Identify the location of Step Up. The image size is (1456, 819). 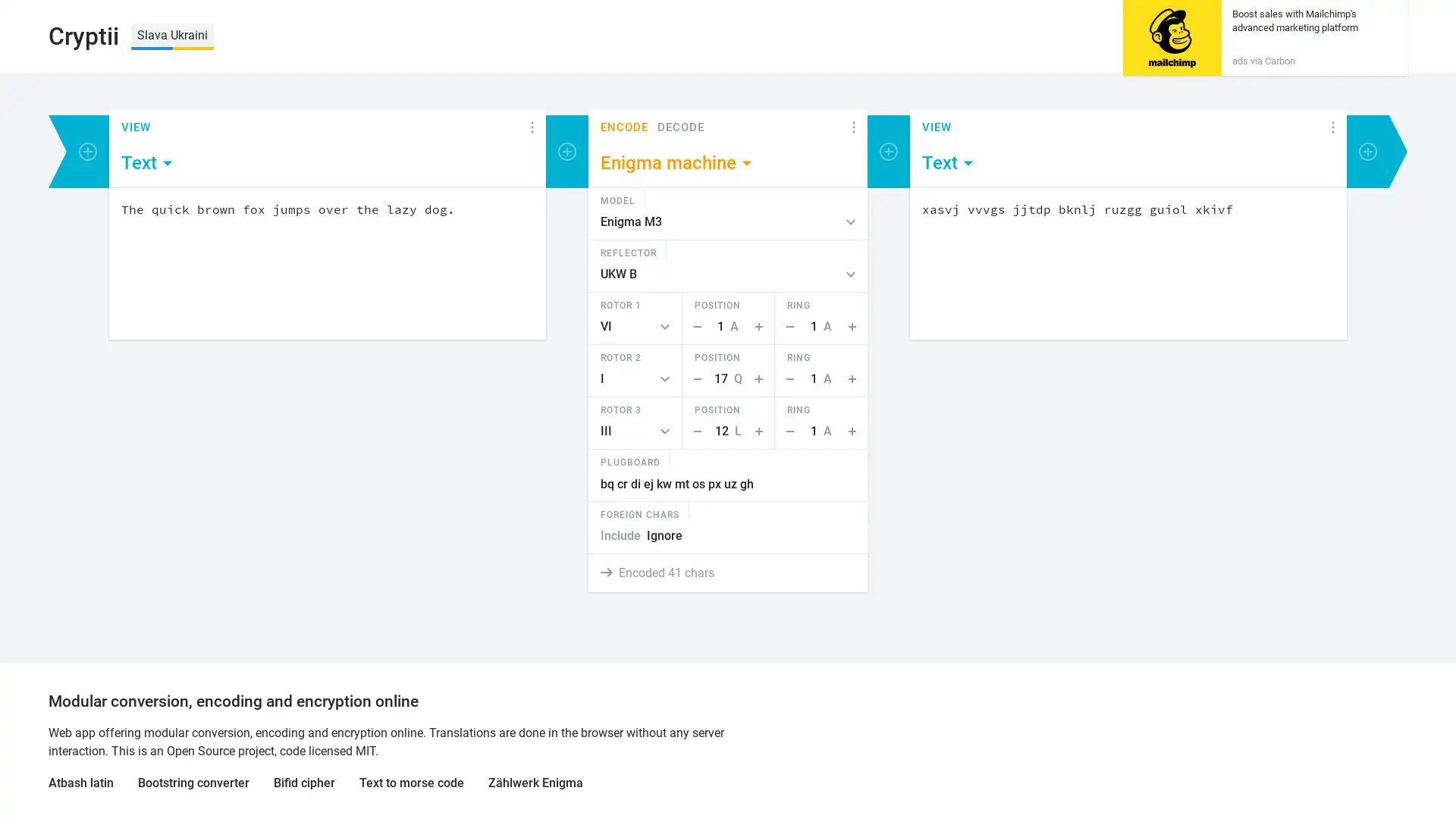
(855, 378).